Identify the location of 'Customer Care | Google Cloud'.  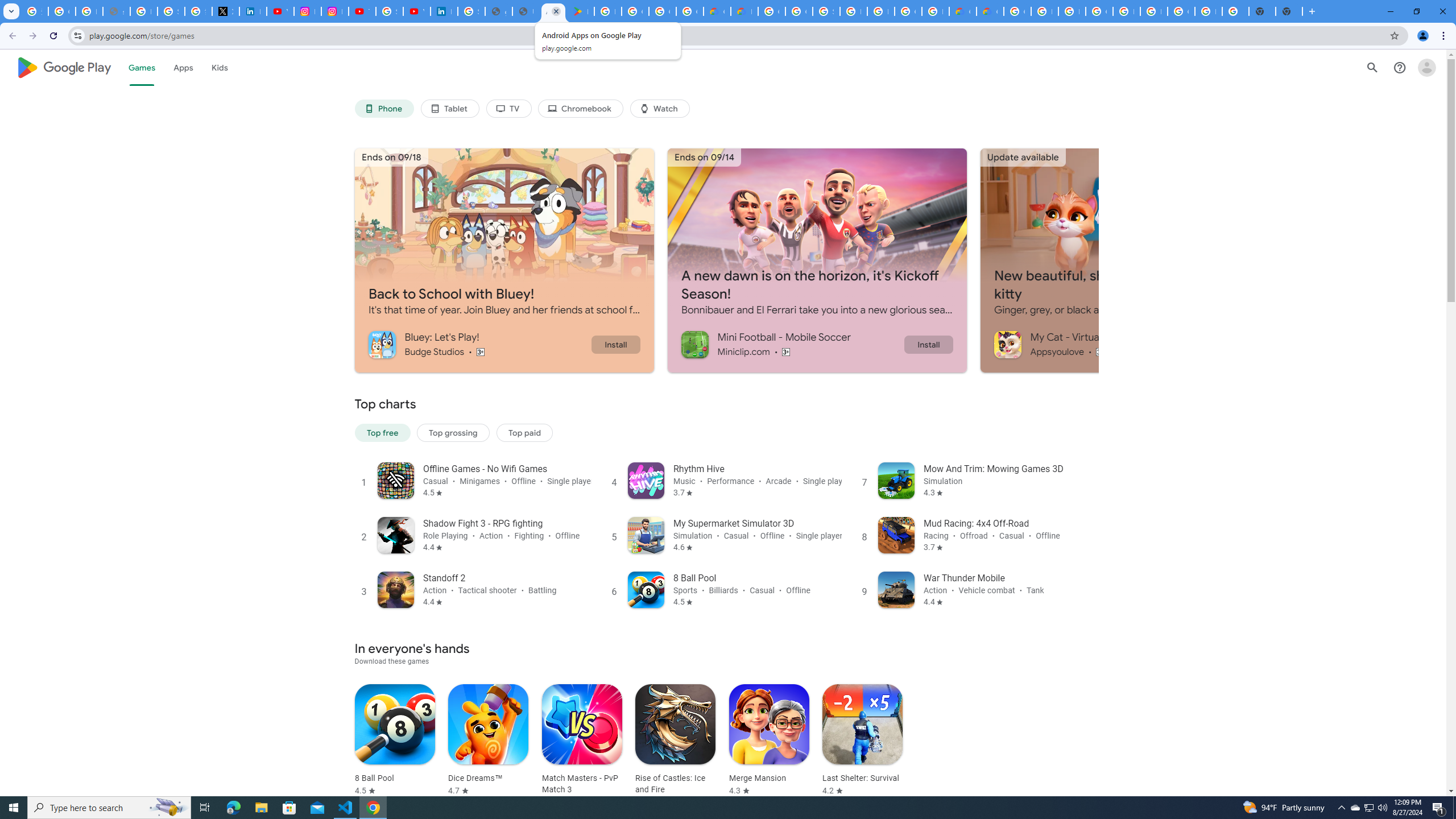
(962, 11).